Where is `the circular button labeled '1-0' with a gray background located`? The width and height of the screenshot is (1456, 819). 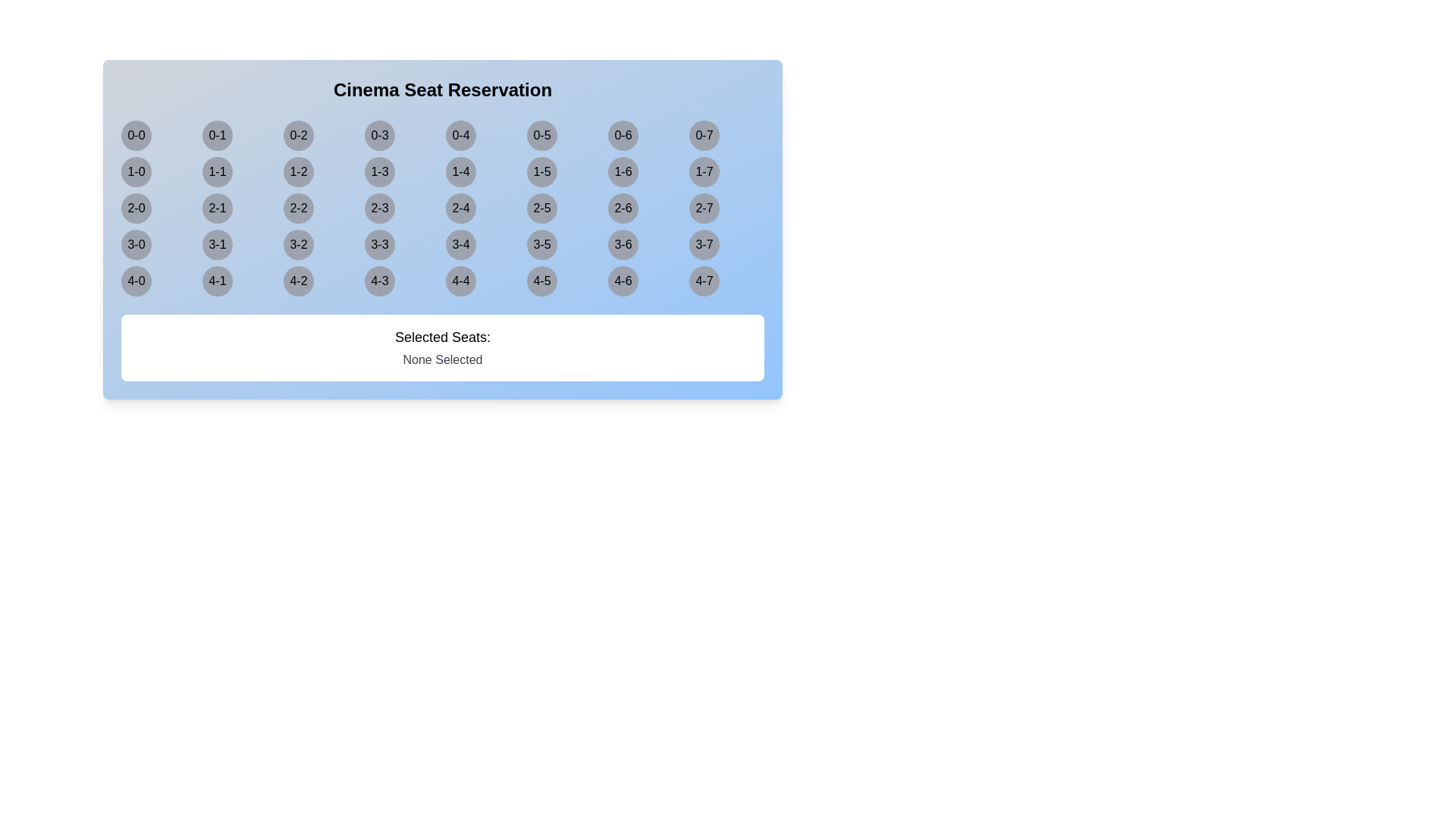
the circular button labeled '1-0' with a gray background located is located at coordinates (136, 171).